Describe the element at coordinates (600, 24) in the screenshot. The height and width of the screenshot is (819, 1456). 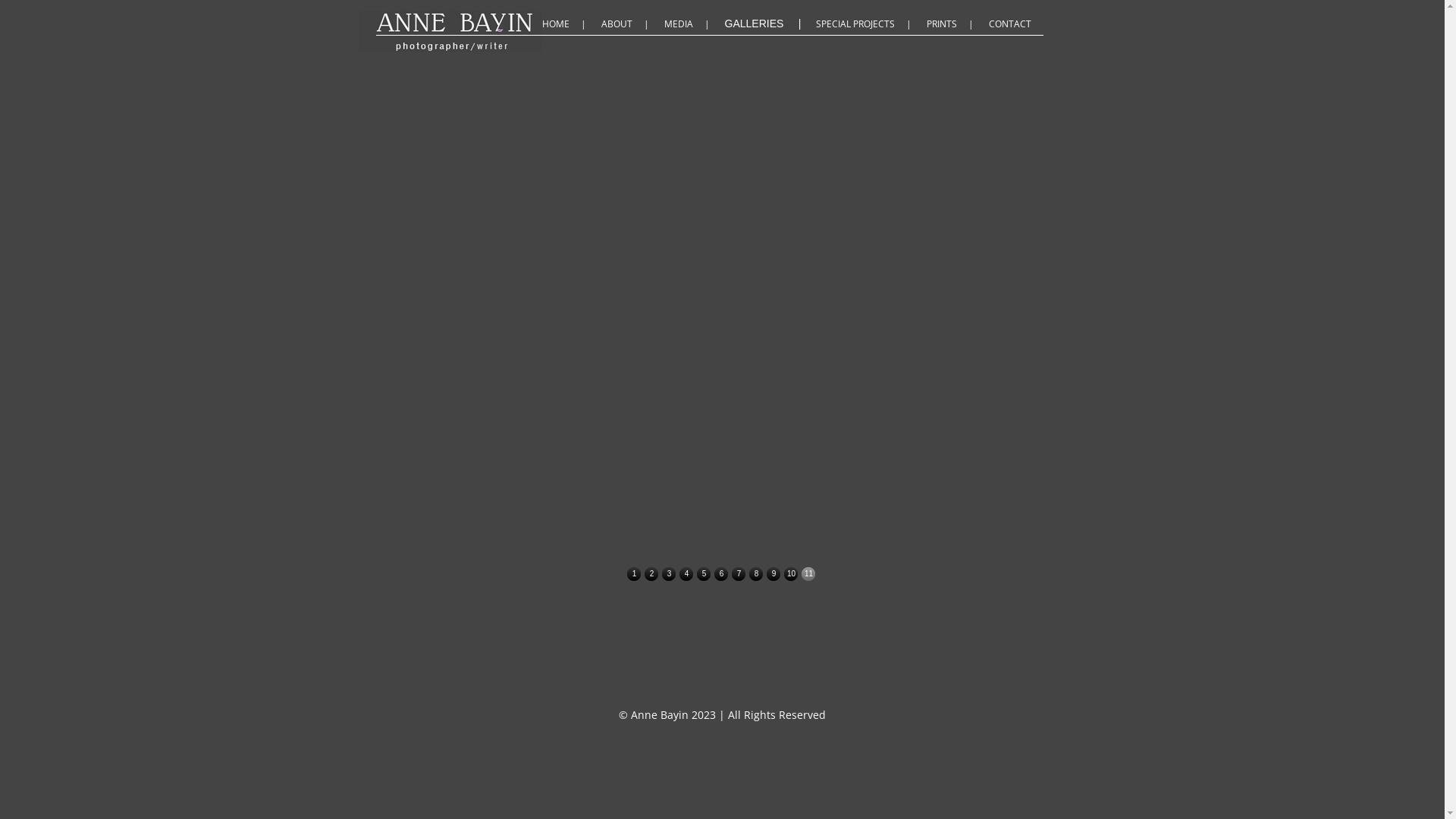
I see `'ABOUT'` at that location.